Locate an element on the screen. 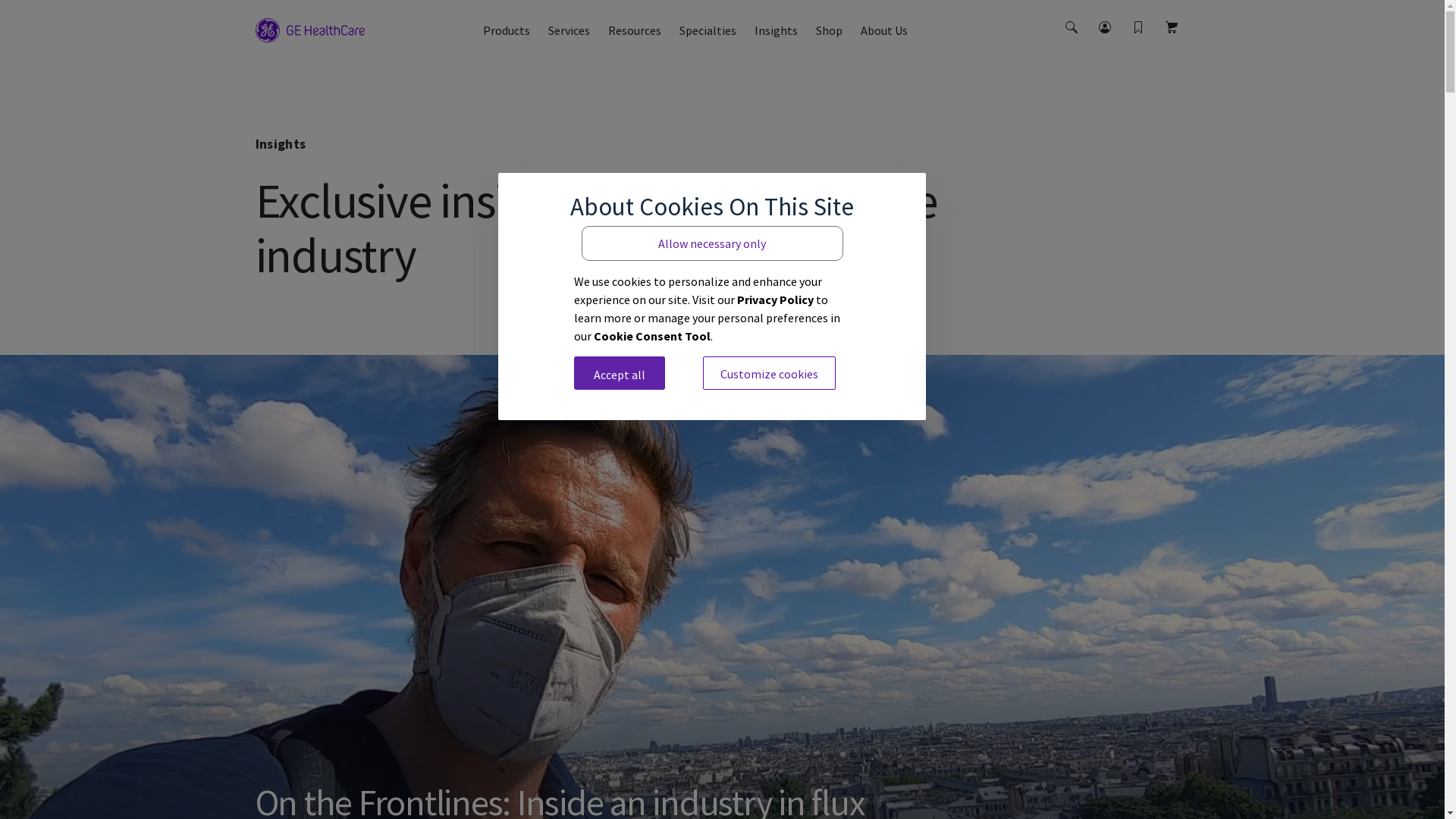 The image size is (1456, 819). 'Privacy Policy' is located at coordinates (775, 298).